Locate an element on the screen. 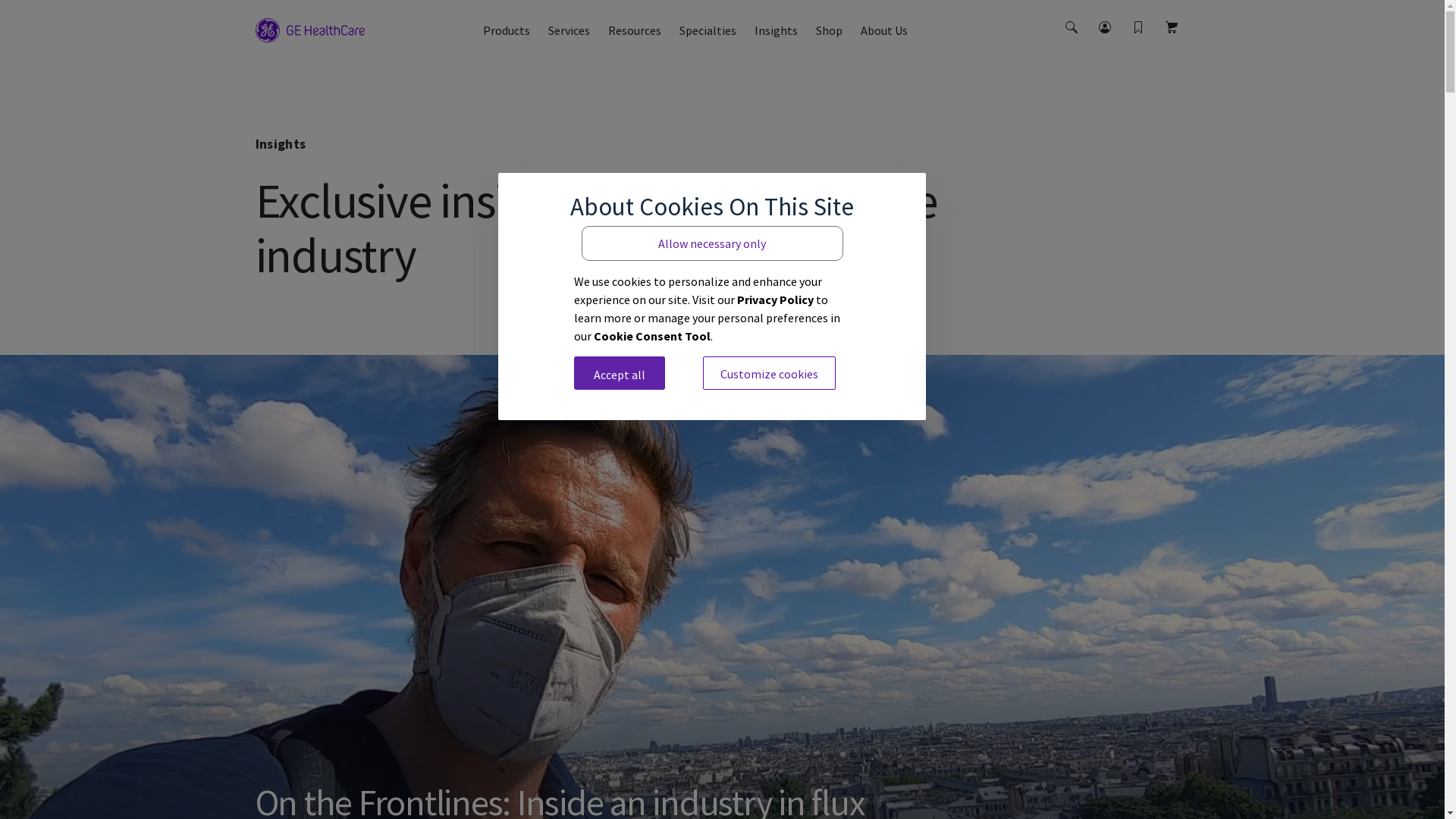 The image size is (1456, 819). 'Privacy Policy' is located at coordinates (775, 298).